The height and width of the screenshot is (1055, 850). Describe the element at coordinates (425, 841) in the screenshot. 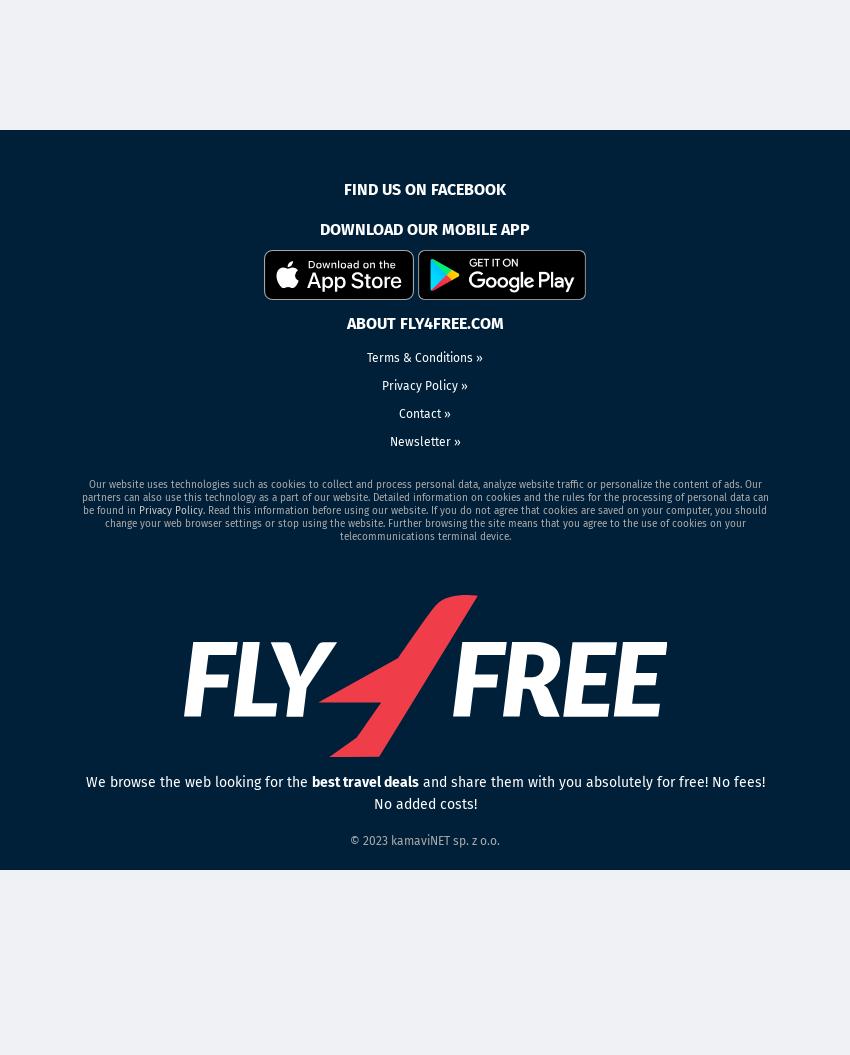

I see `'© 2023 kamaviNET sp. z o.o.'` at that location.